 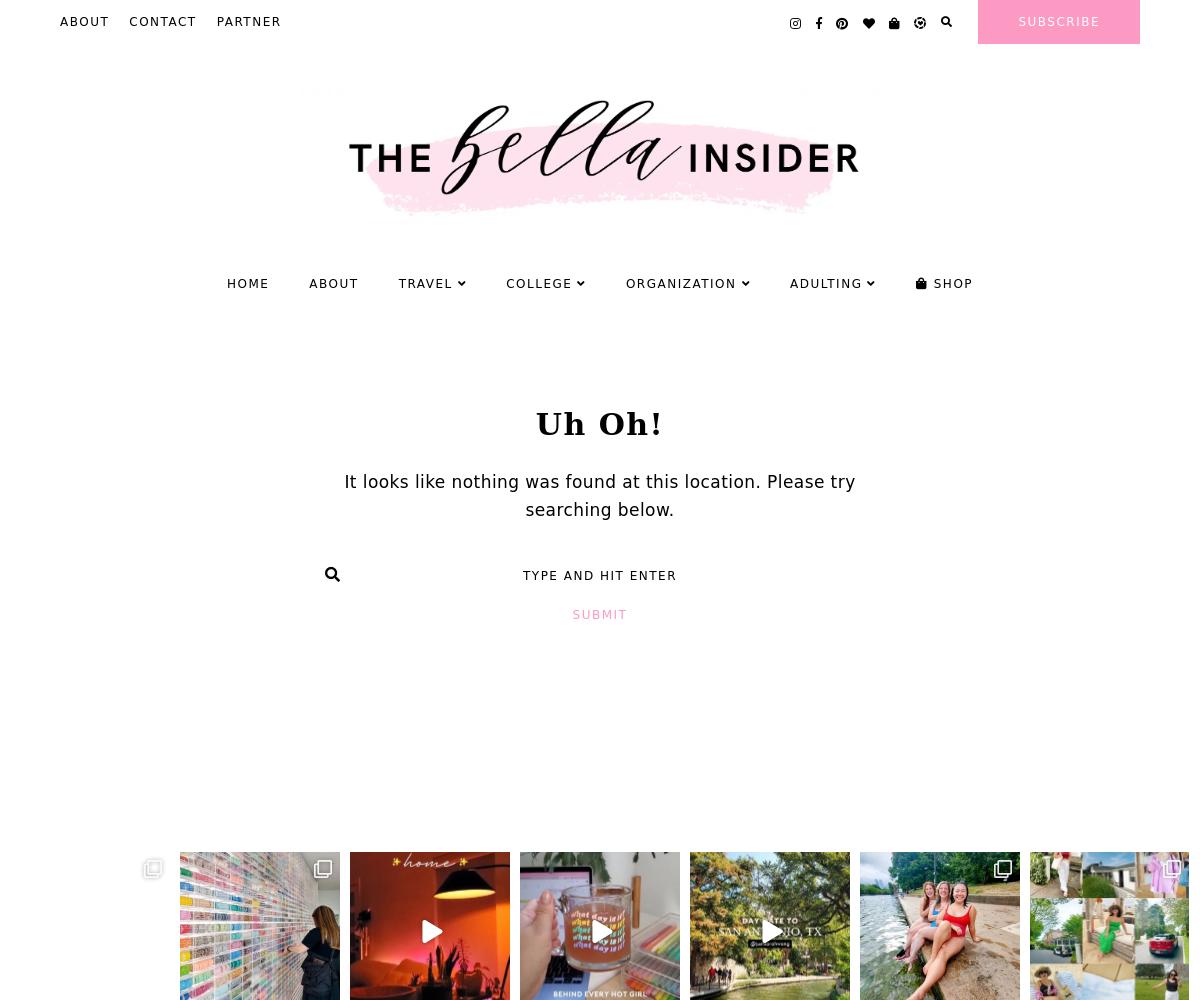 What do you see at coordinates (161, 22) in the screenshot?
I see `'Contact'` at bounding box center [161, 22].